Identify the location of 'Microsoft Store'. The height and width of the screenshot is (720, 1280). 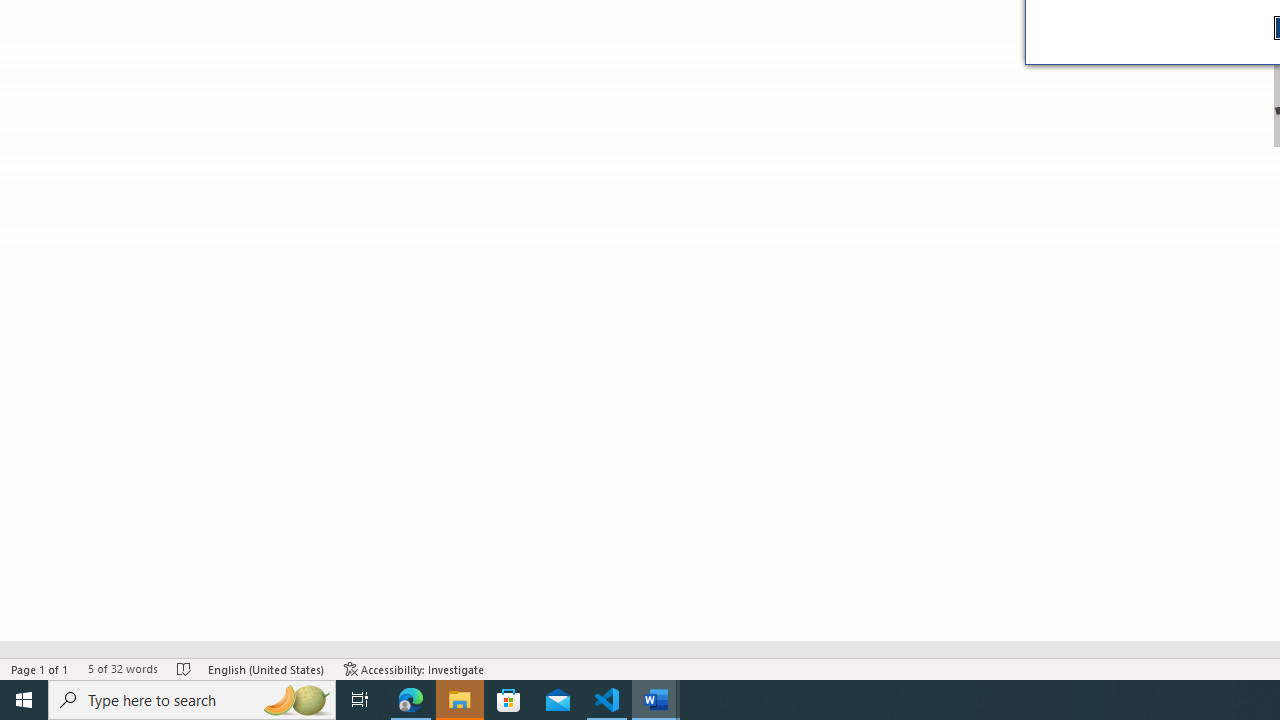
(509, 698).